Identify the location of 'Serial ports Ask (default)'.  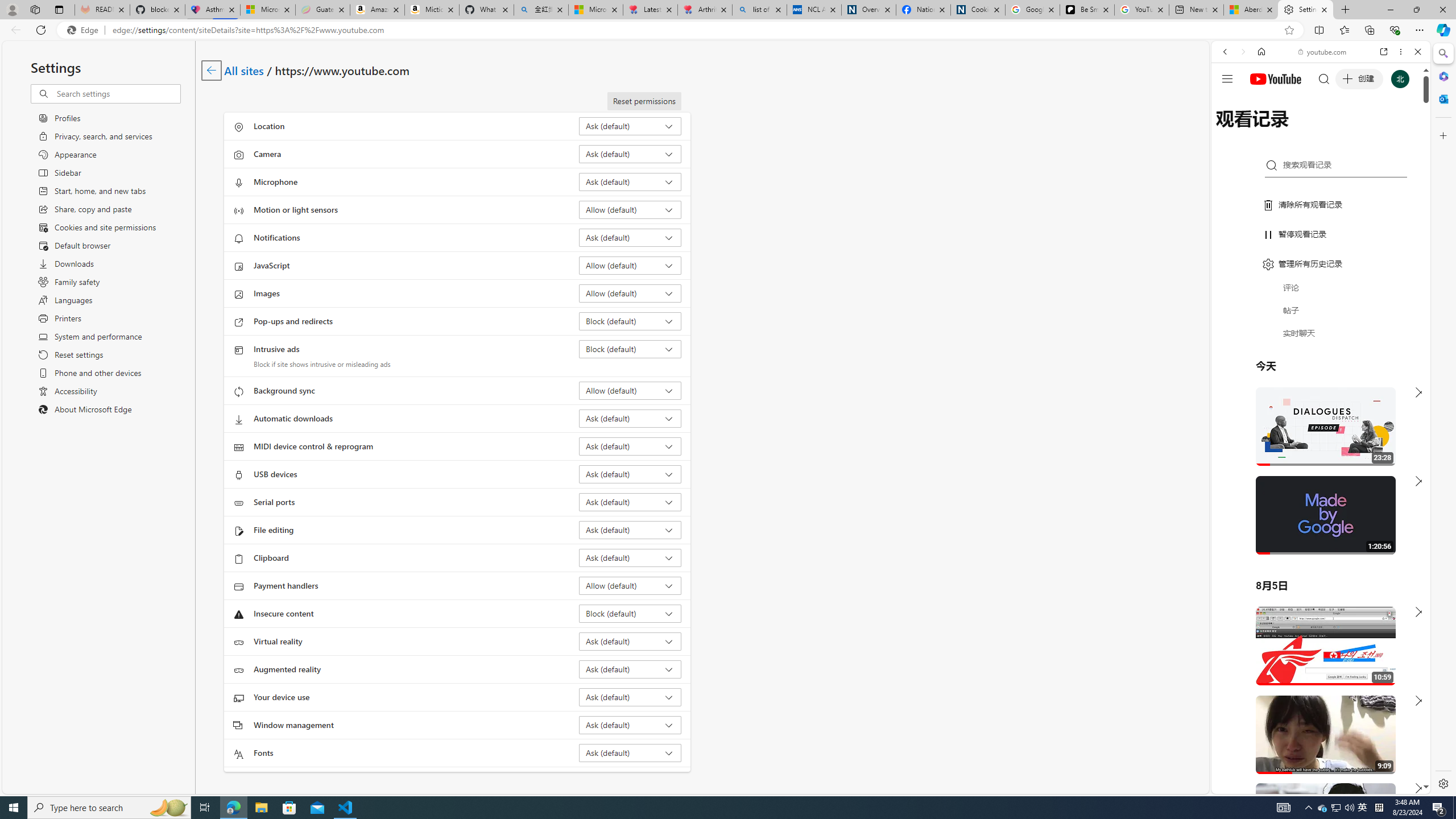
(630, 501).